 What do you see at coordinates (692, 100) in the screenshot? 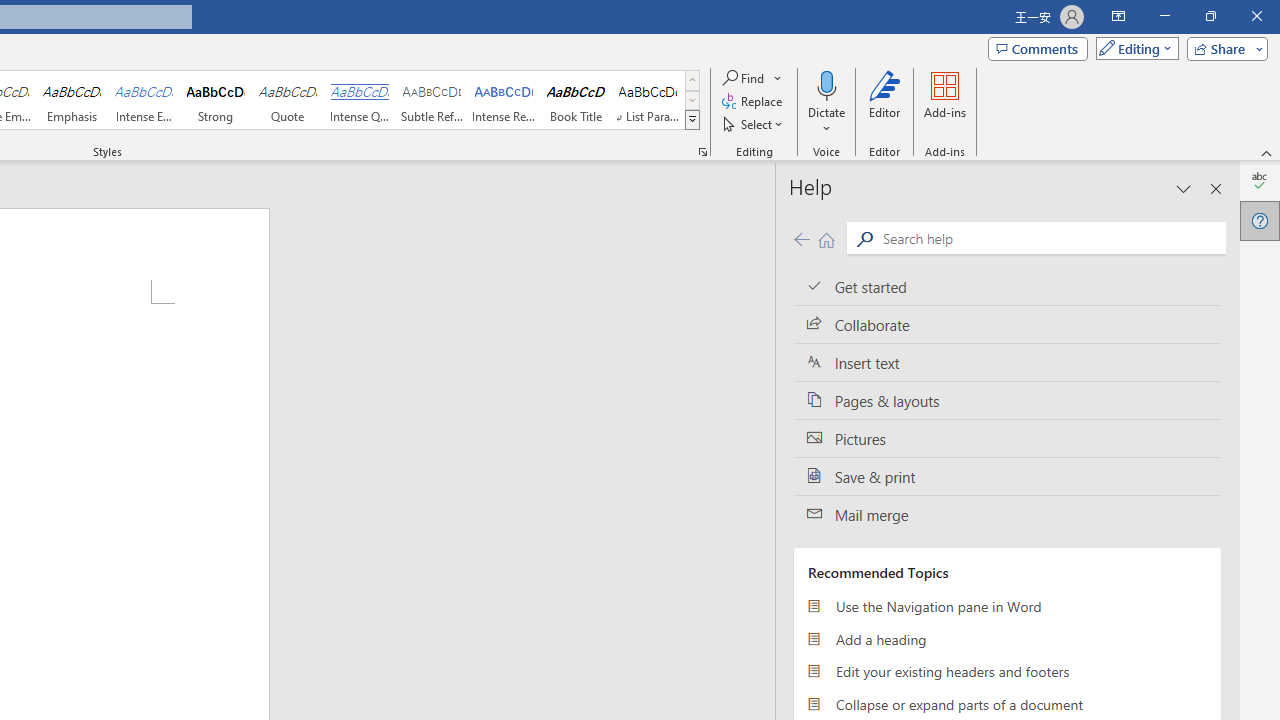
I see `'Row Down'` at bounding box center [692, 100].